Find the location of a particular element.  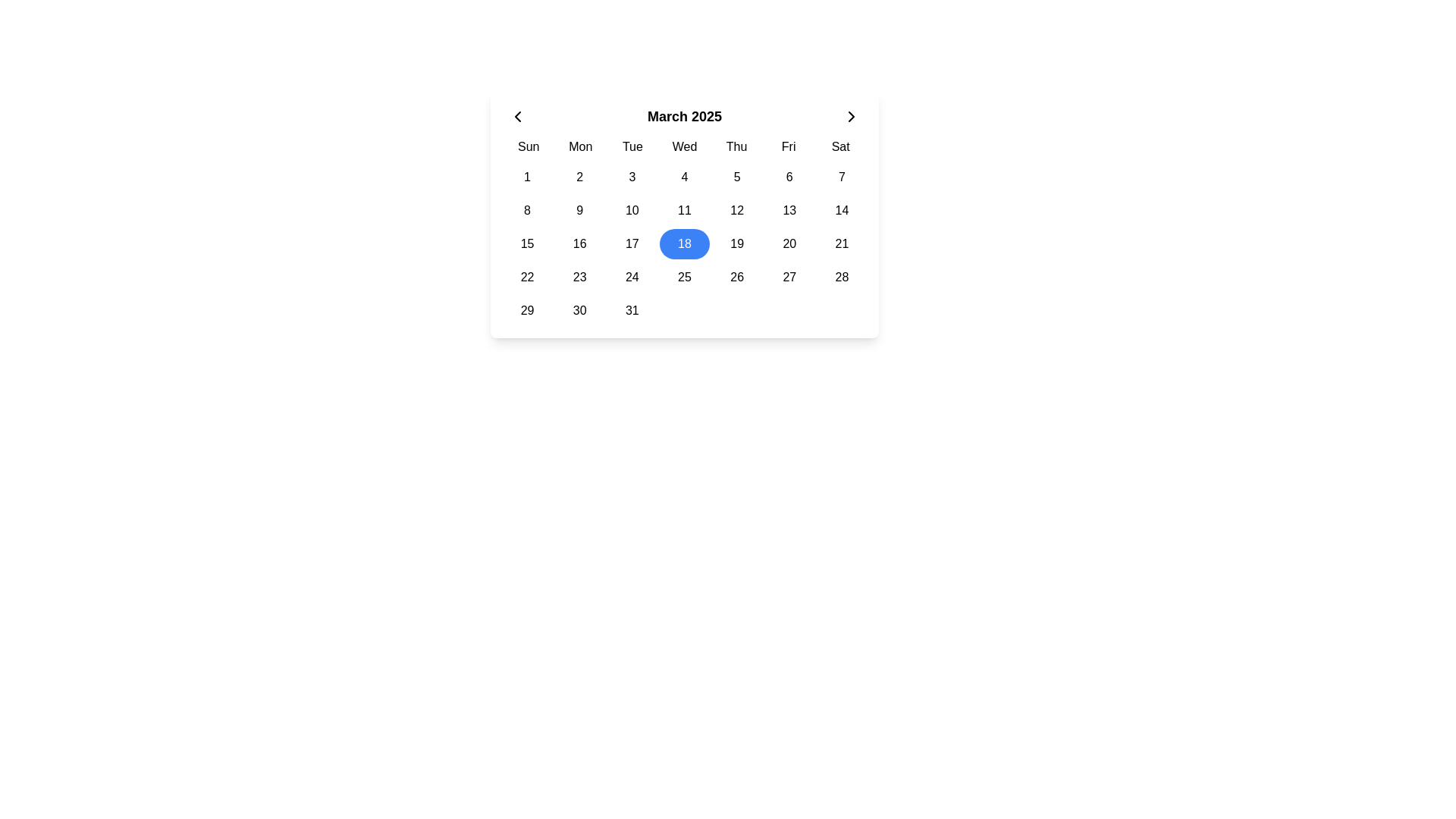

the button representing the number '9' is located at coordinates (579, 210).